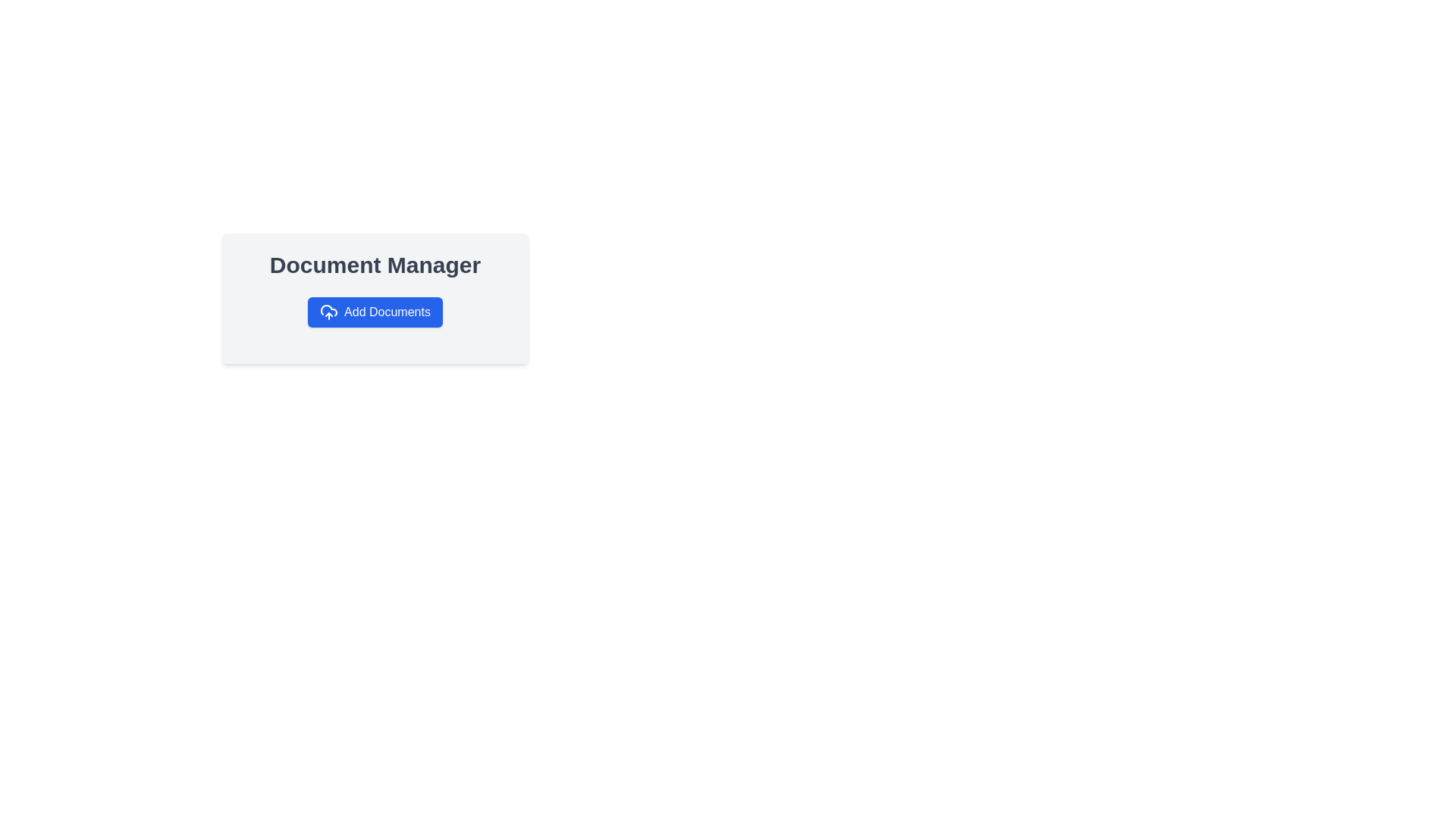 This screenshot has width=1456, height=819. Describe the element at coordinates (328, 312) in the screenshot. I see `the cloud-shaped icon with an upward-pointing arrow located on the left side of the 'Add Documents' button` at that location.